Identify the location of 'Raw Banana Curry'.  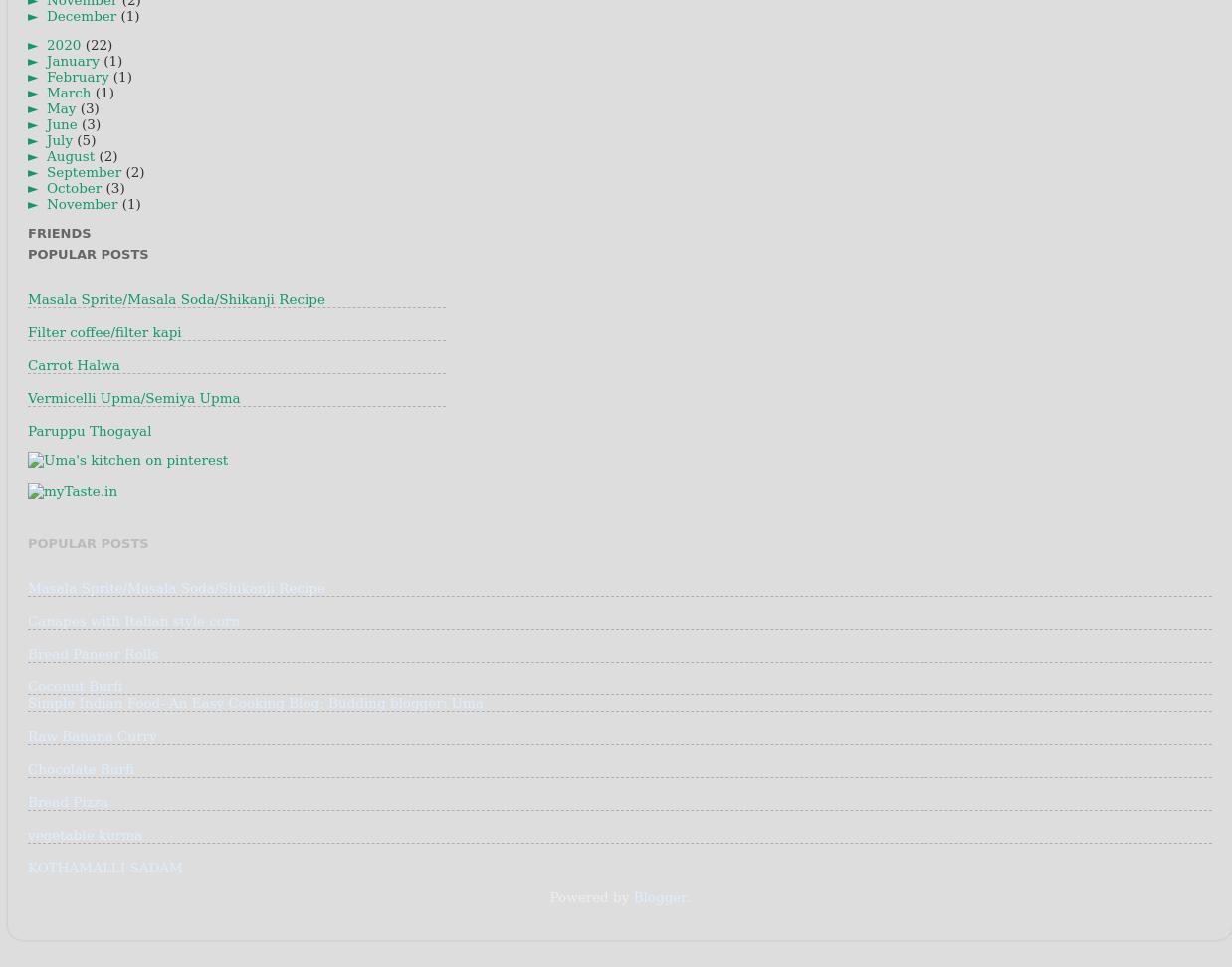
(91, 735).